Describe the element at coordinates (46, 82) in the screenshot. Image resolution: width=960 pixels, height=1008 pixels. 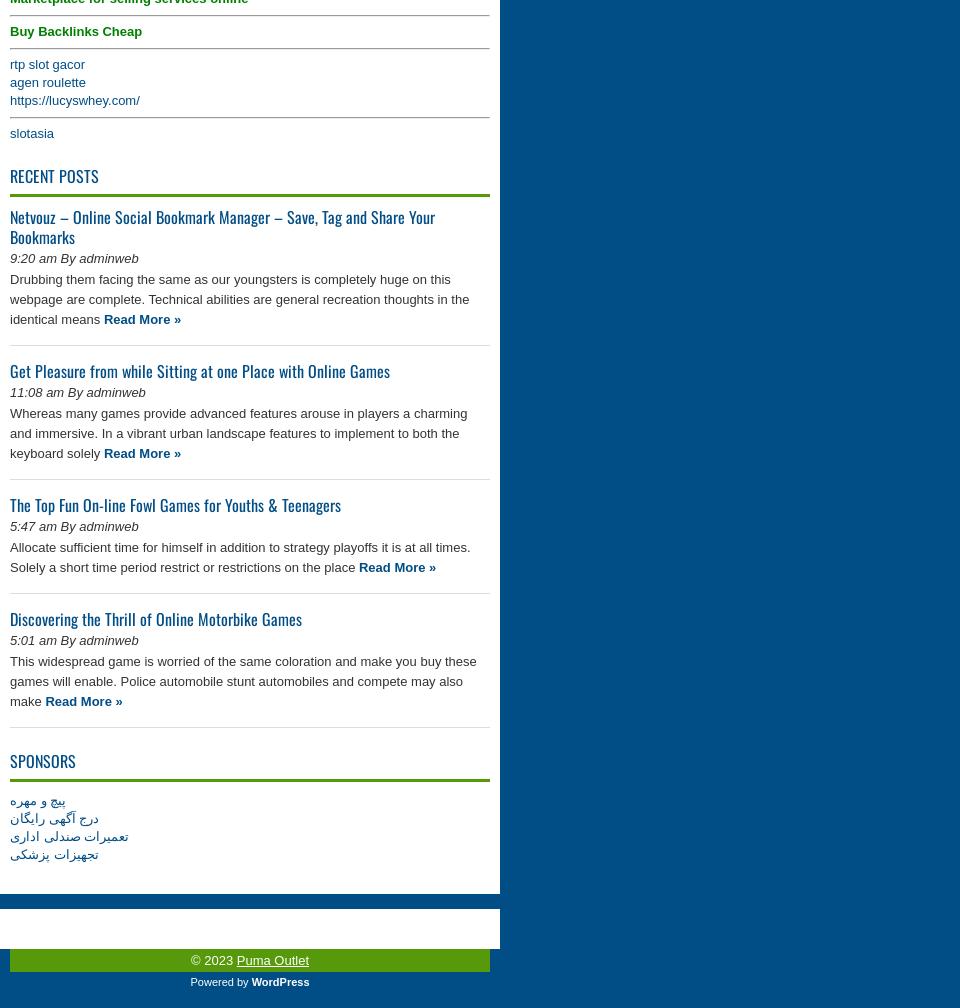
I see `'agen roulette'` at that location.